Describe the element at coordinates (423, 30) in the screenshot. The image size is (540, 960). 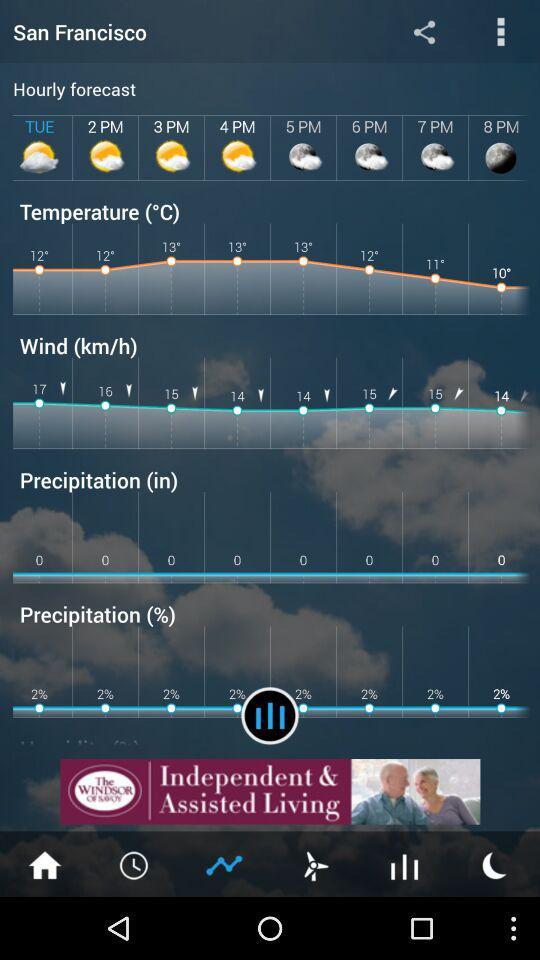
I see `shows the share option` at that location.